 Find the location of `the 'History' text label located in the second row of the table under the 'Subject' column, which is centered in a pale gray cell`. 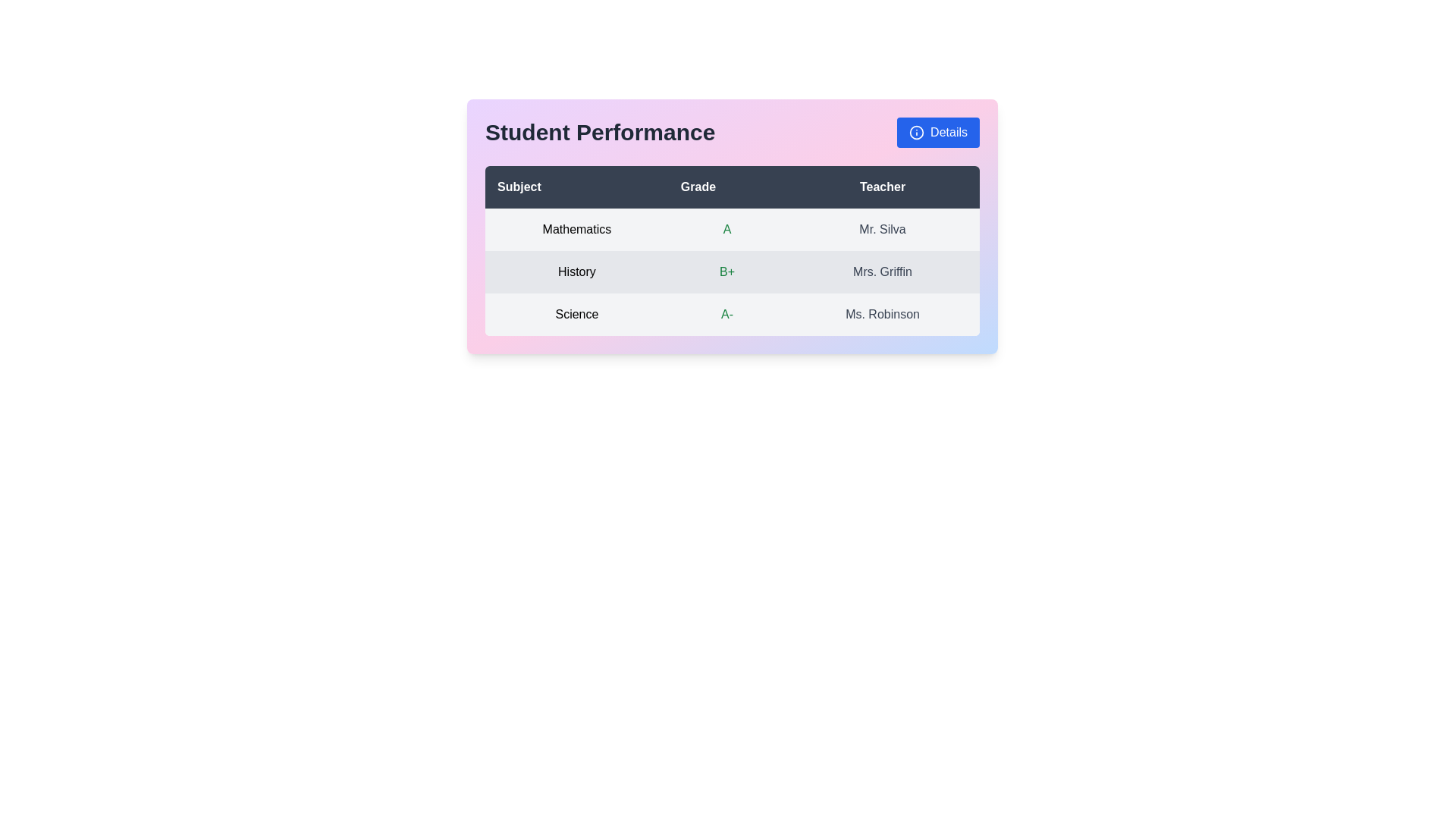

the 'History' text label located in the second row of the table under the 'Subject' column, which is centered in a pale gray cell is located at coordinates (576, 271).